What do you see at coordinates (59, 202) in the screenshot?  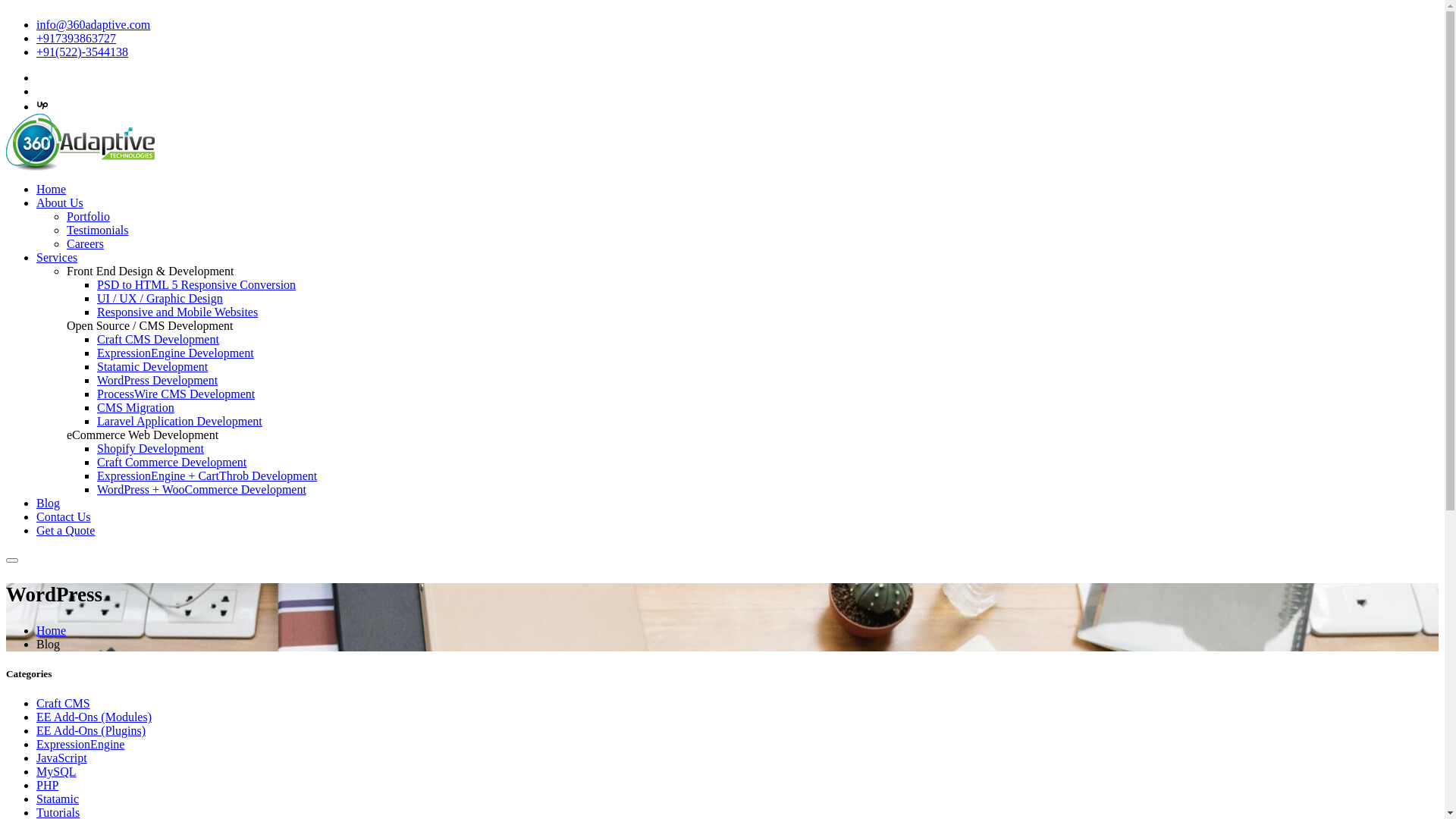 I see `'About Us'` at bounding box center [59, 202].